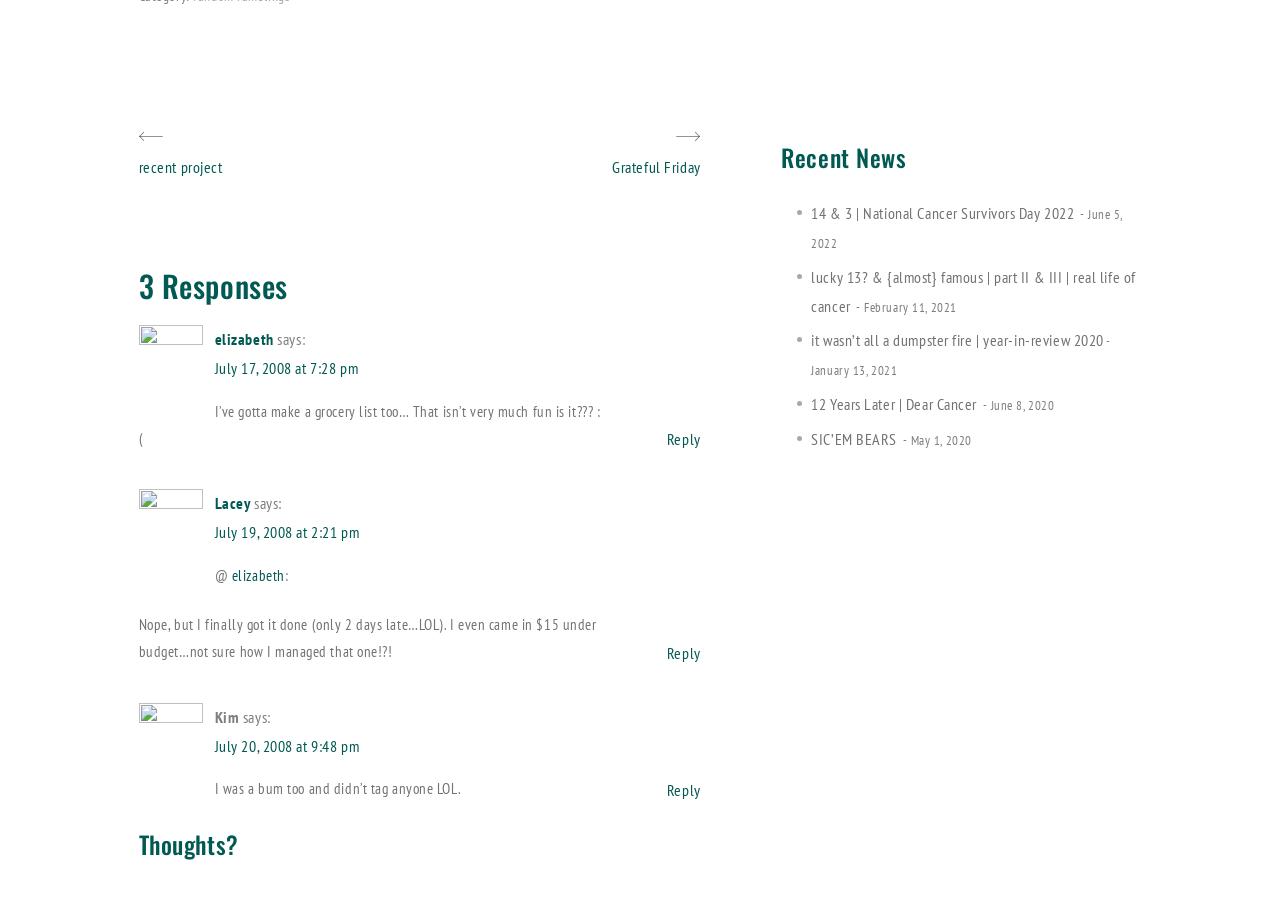  What do you see at coordinates (366, 638) in the screenshot?
I see `'Nope, but I finally got it done (only 2 days late…LOL). I even came in $15 under budget…not sure how I managed that one!?!'` at bounding box center [366, 638].